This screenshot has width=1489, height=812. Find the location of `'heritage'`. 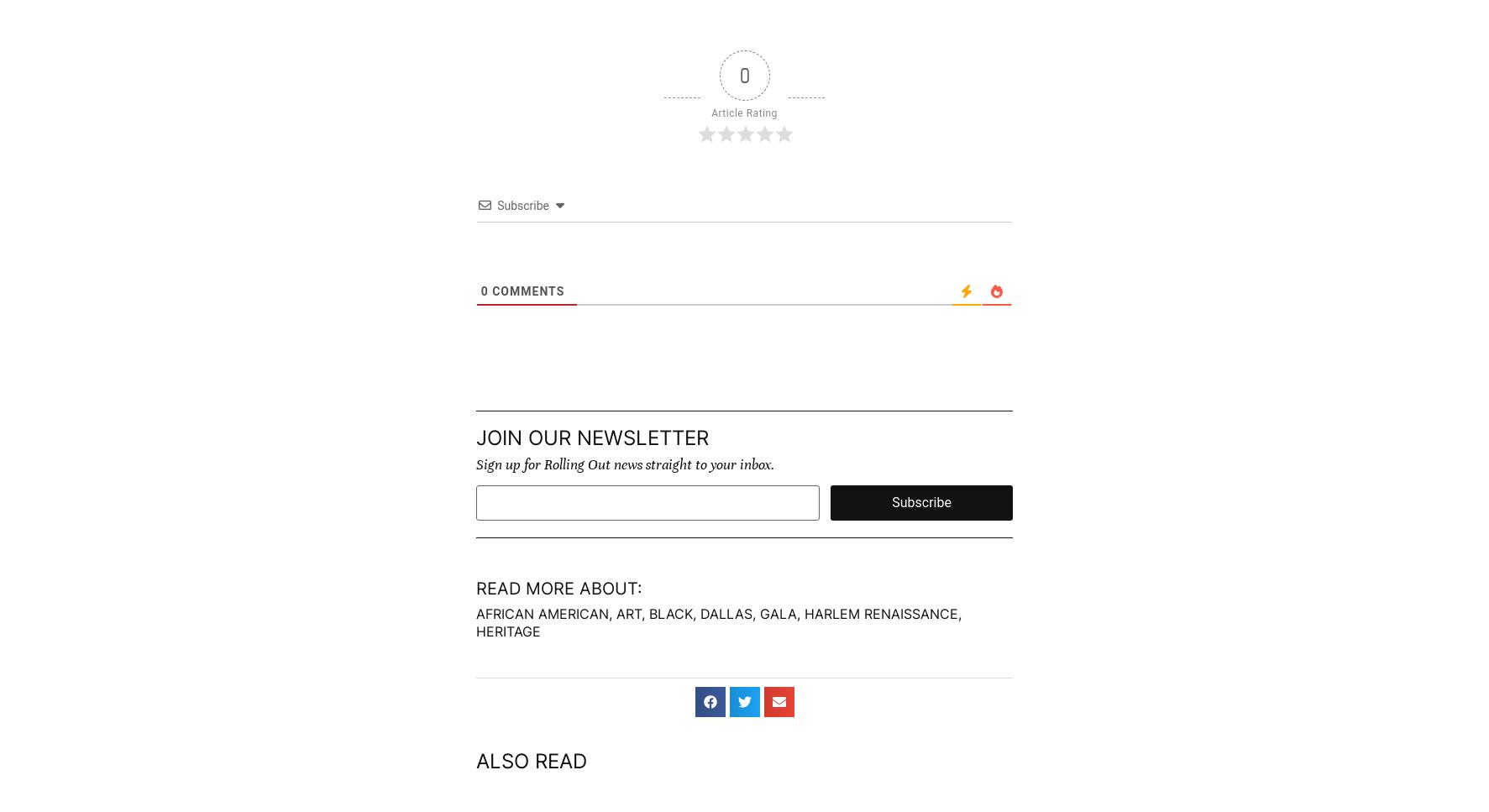

'heritage' is located at coordinates (474, 630).